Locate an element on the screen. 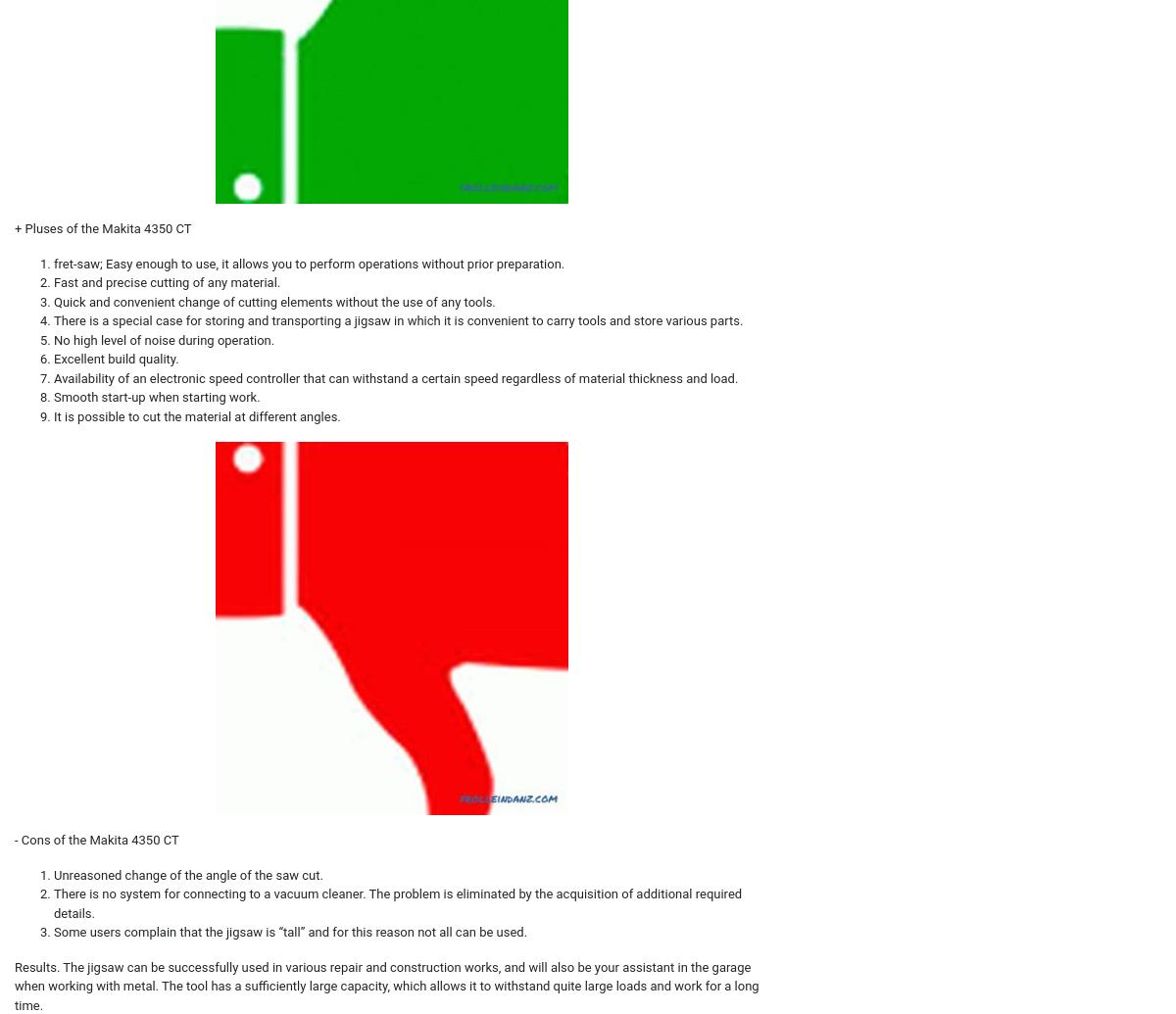 Image resolution: width=1176 pixels, height=1014 pixels. 'No high level of noise during operation.' is located at coordinates (163, 339).